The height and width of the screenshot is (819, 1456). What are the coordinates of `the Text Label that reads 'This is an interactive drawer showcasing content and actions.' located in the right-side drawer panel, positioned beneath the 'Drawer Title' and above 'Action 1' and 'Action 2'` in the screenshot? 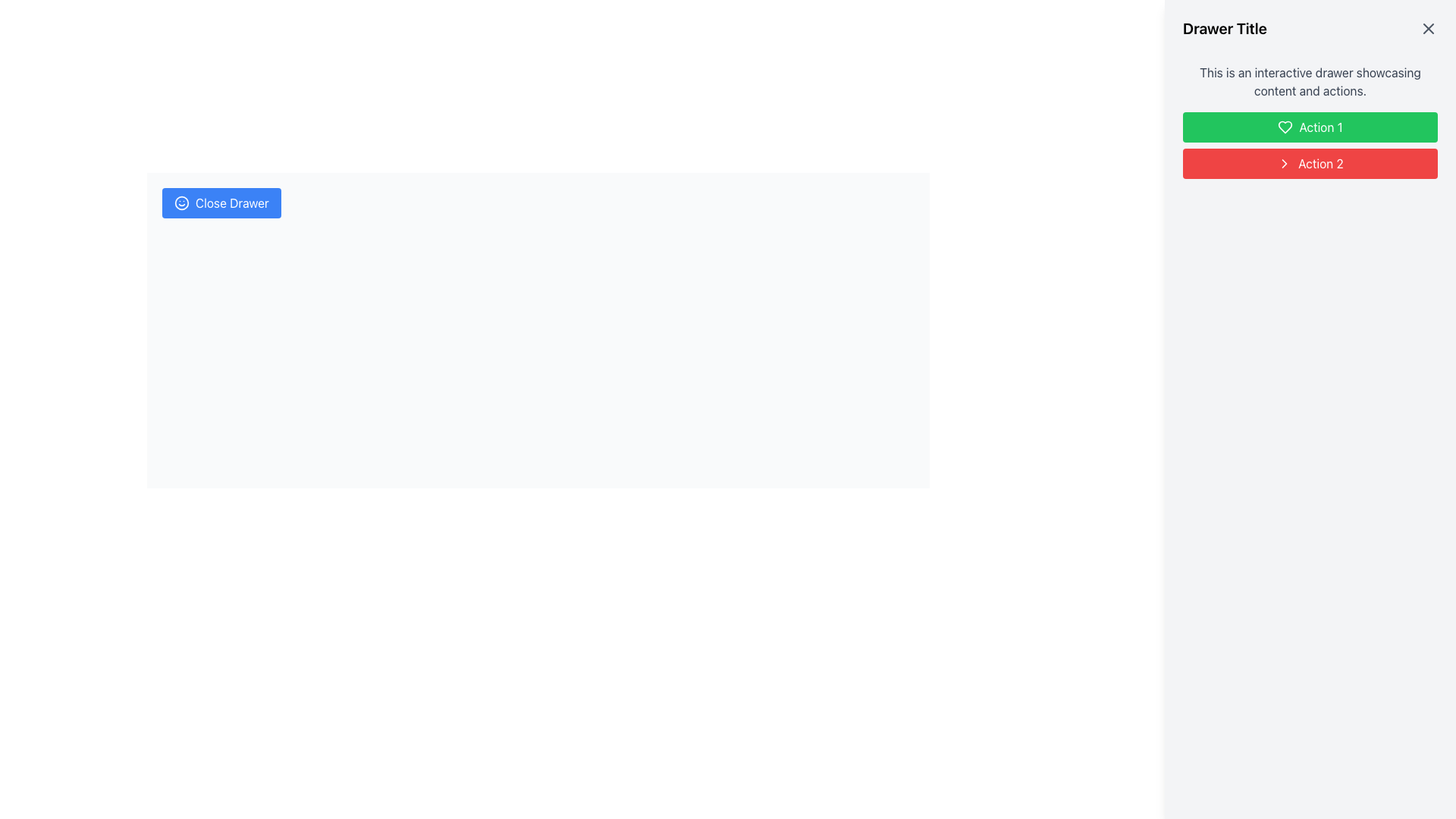 It's located at (1310, 82).